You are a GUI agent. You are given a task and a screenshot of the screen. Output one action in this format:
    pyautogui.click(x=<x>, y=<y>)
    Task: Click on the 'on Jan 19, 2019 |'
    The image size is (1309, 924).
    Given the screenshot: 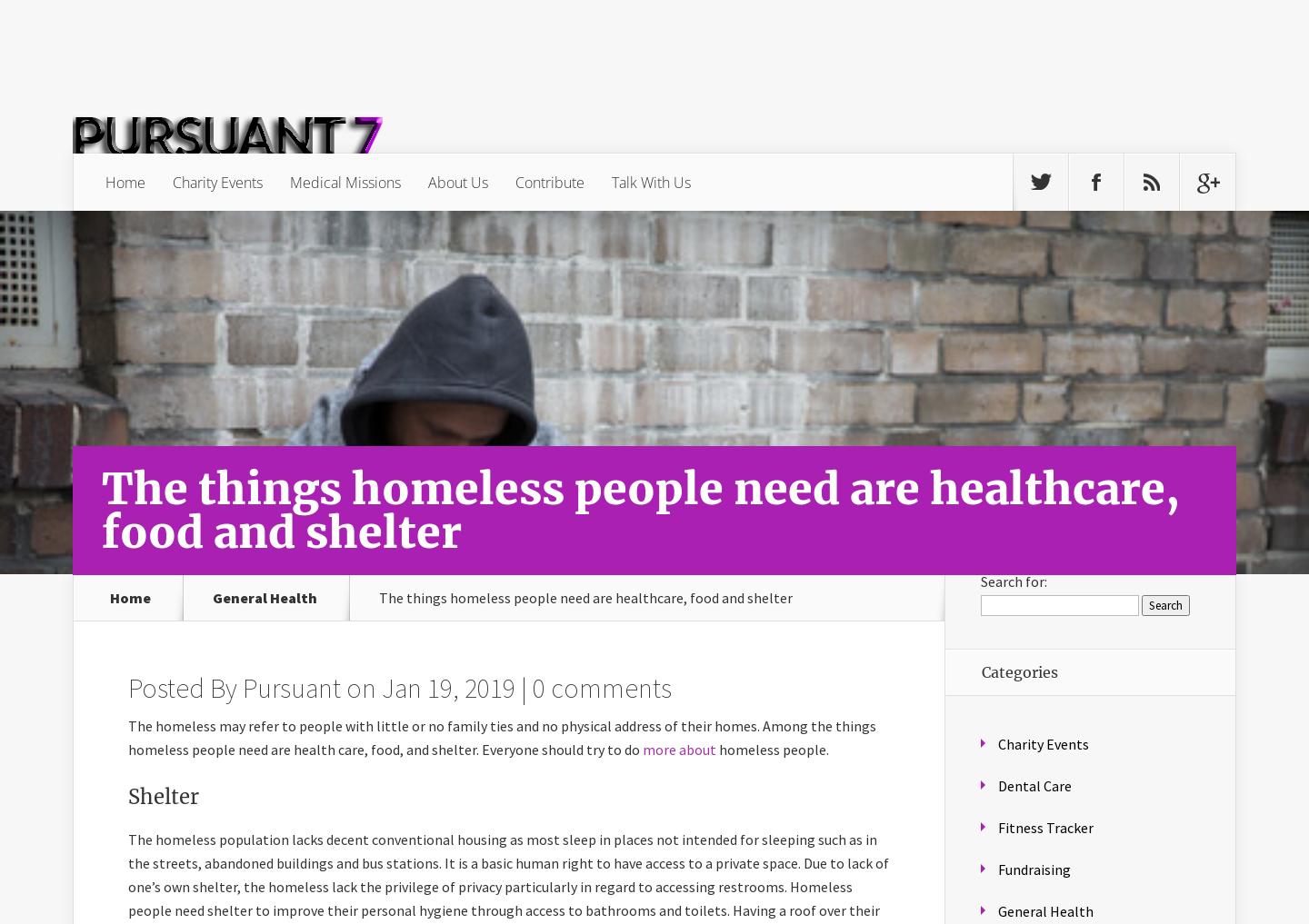 What is the action you would take?
    pyautogui.click(x=436, y=687)
    